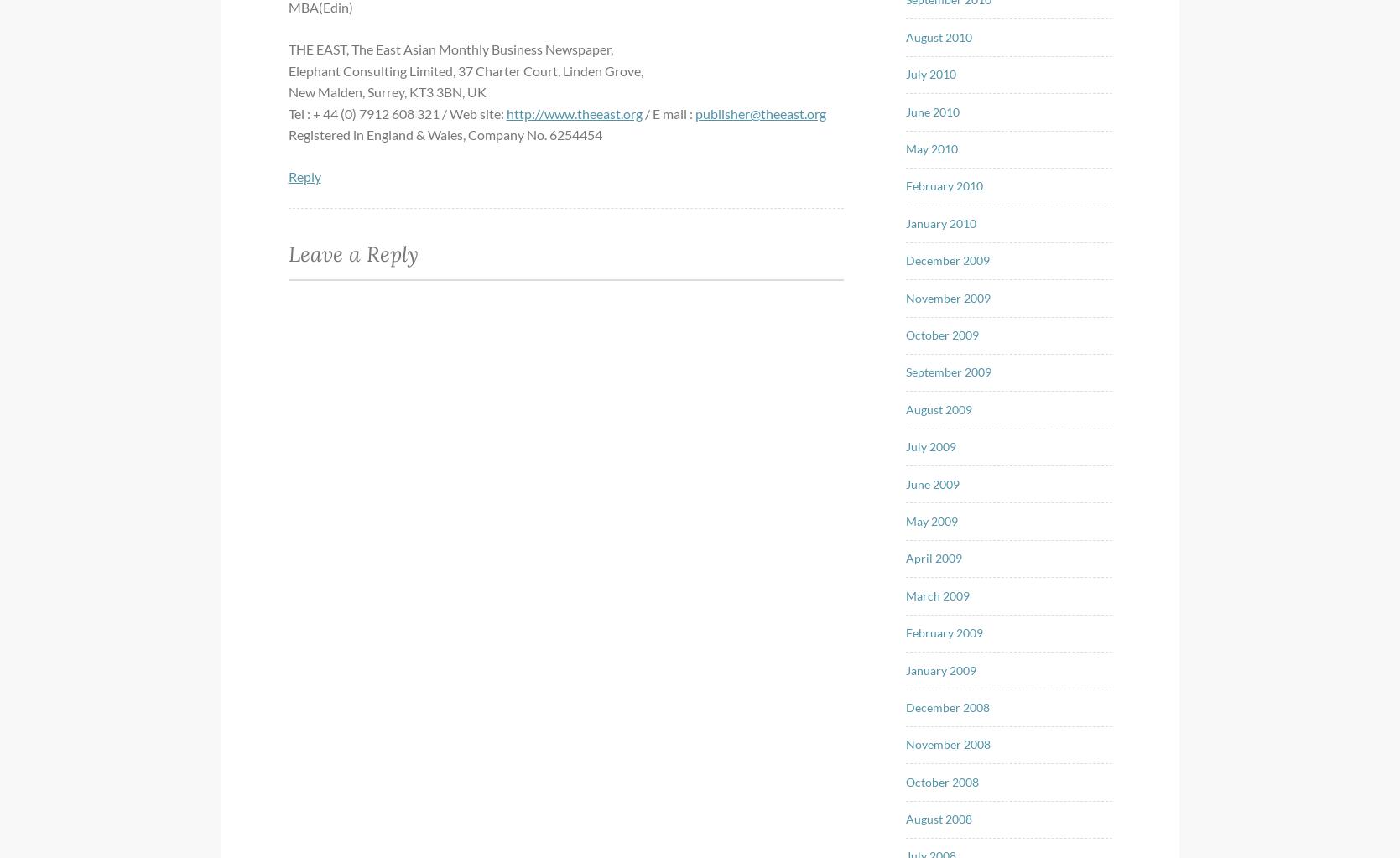  Describe the element at coordinates (932, 519) in the screenshot. I see `'May 2009'` at that location.